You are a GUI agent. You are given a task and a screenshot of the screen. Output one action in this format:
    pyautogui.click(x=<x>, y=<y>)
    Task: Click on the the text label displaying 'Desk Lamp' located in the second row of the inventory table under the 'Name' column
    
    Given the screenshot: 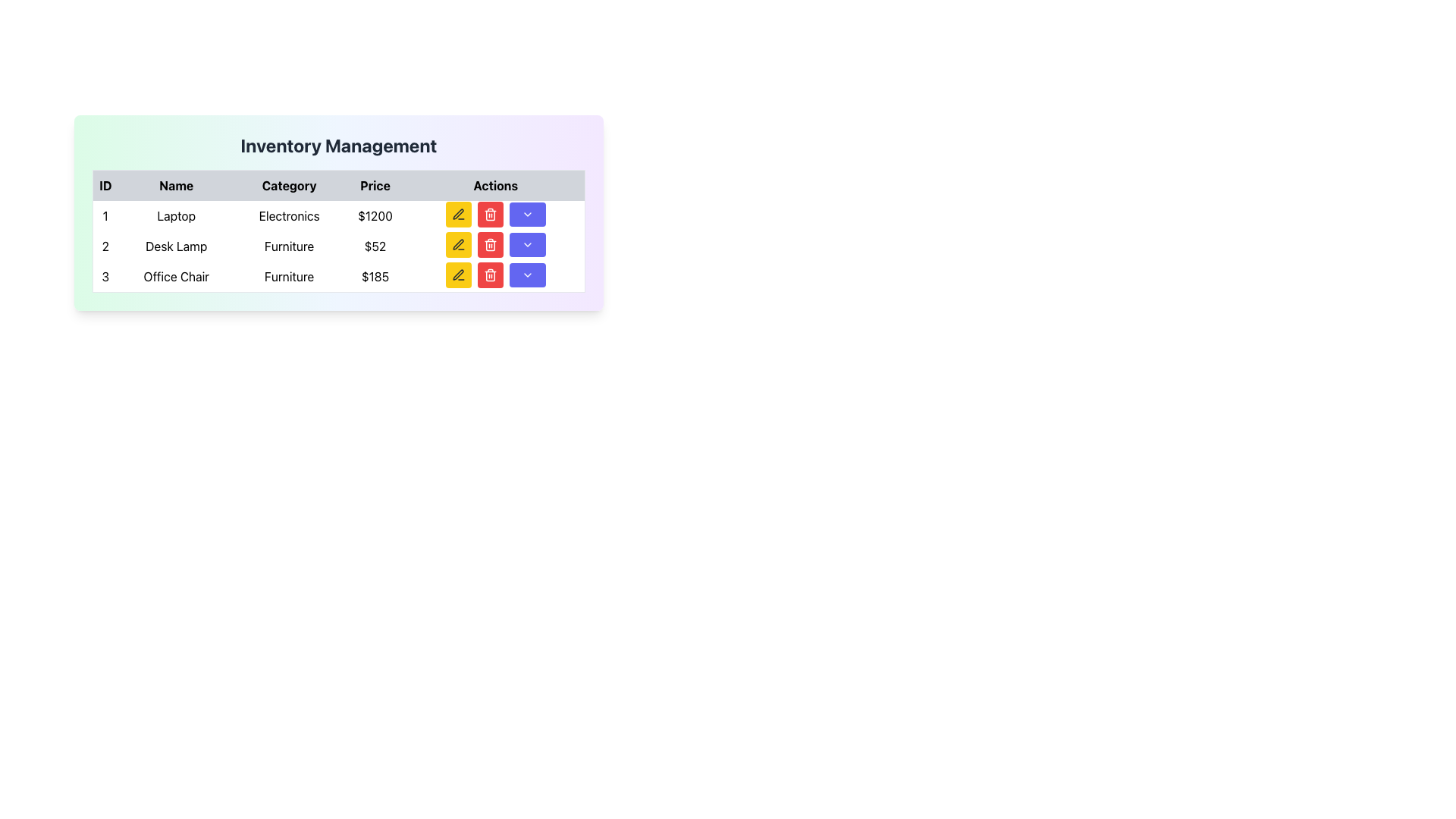 What is the action you would take?
    pyautogui.click(x=176, y=245)
    